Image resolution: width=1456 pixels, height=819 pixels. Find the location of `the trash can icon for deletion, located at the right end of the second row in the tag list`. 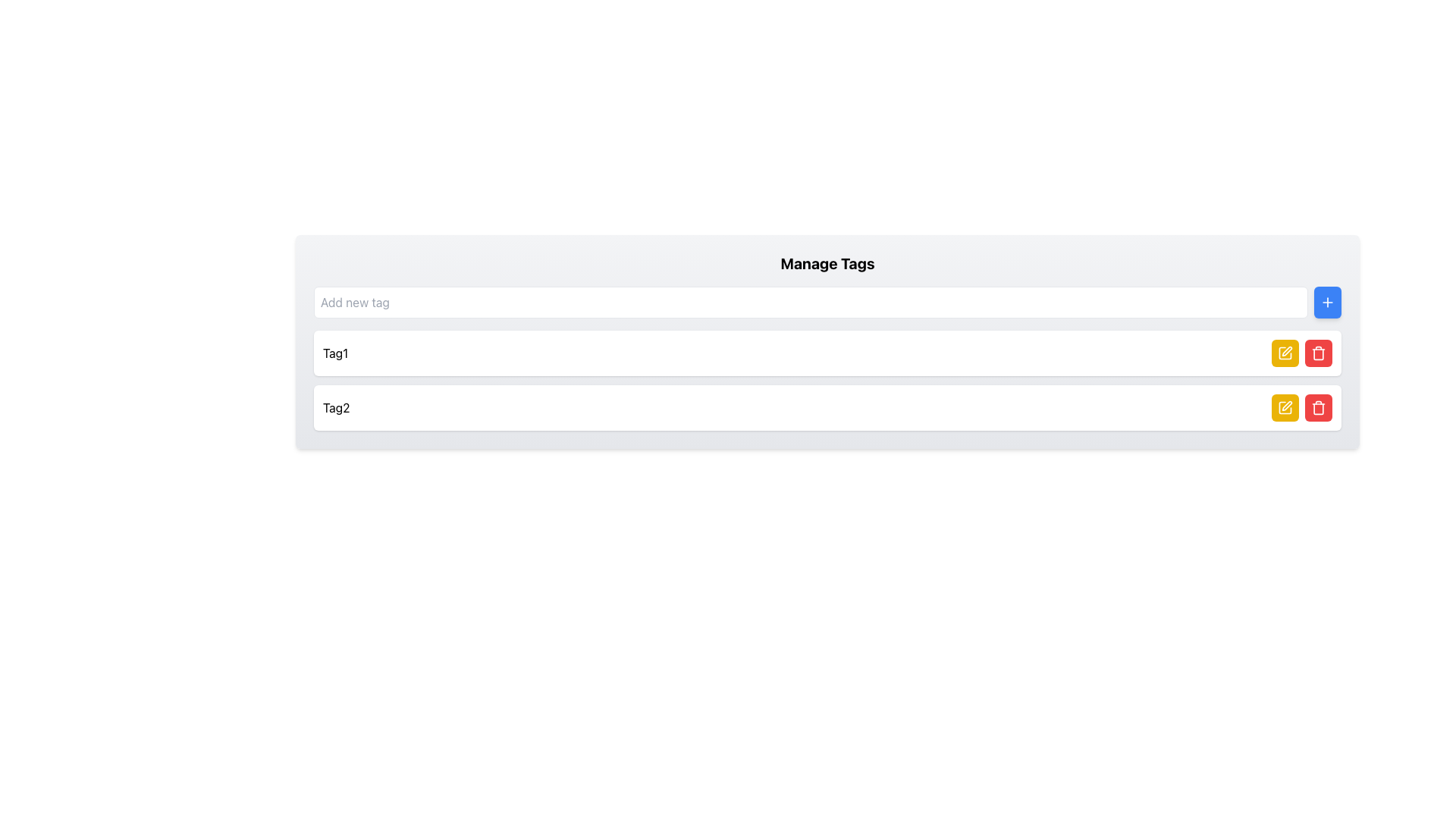

the trash can icon for deletion, located at the right end of the second row in the tag list is located at coordinates (1317, 406).